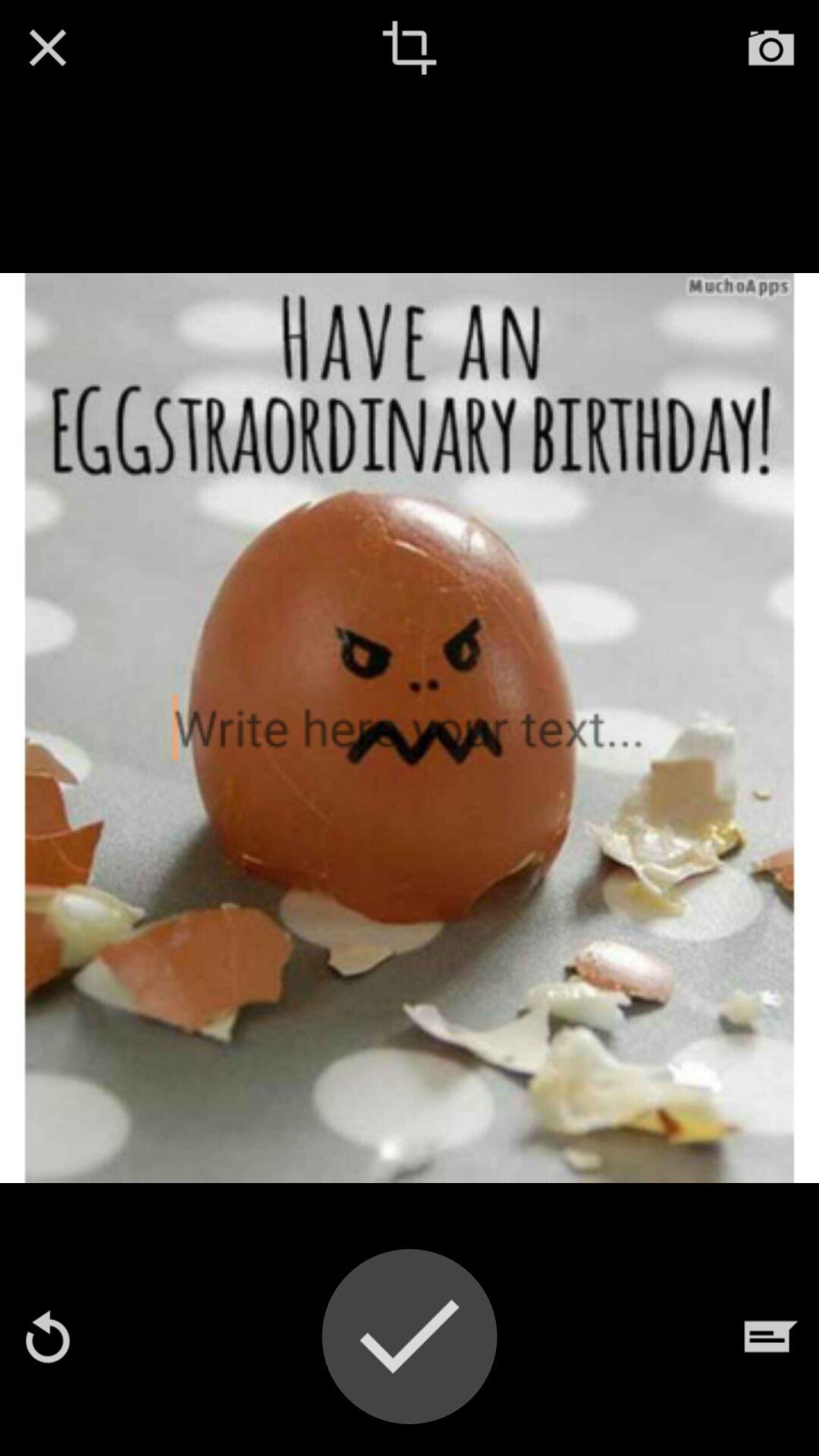 This screenshot has width=819, height=1456. What do you see at coordinates (46, 47) in the screenshot?
I see `close` at bounding box center [46, 47].